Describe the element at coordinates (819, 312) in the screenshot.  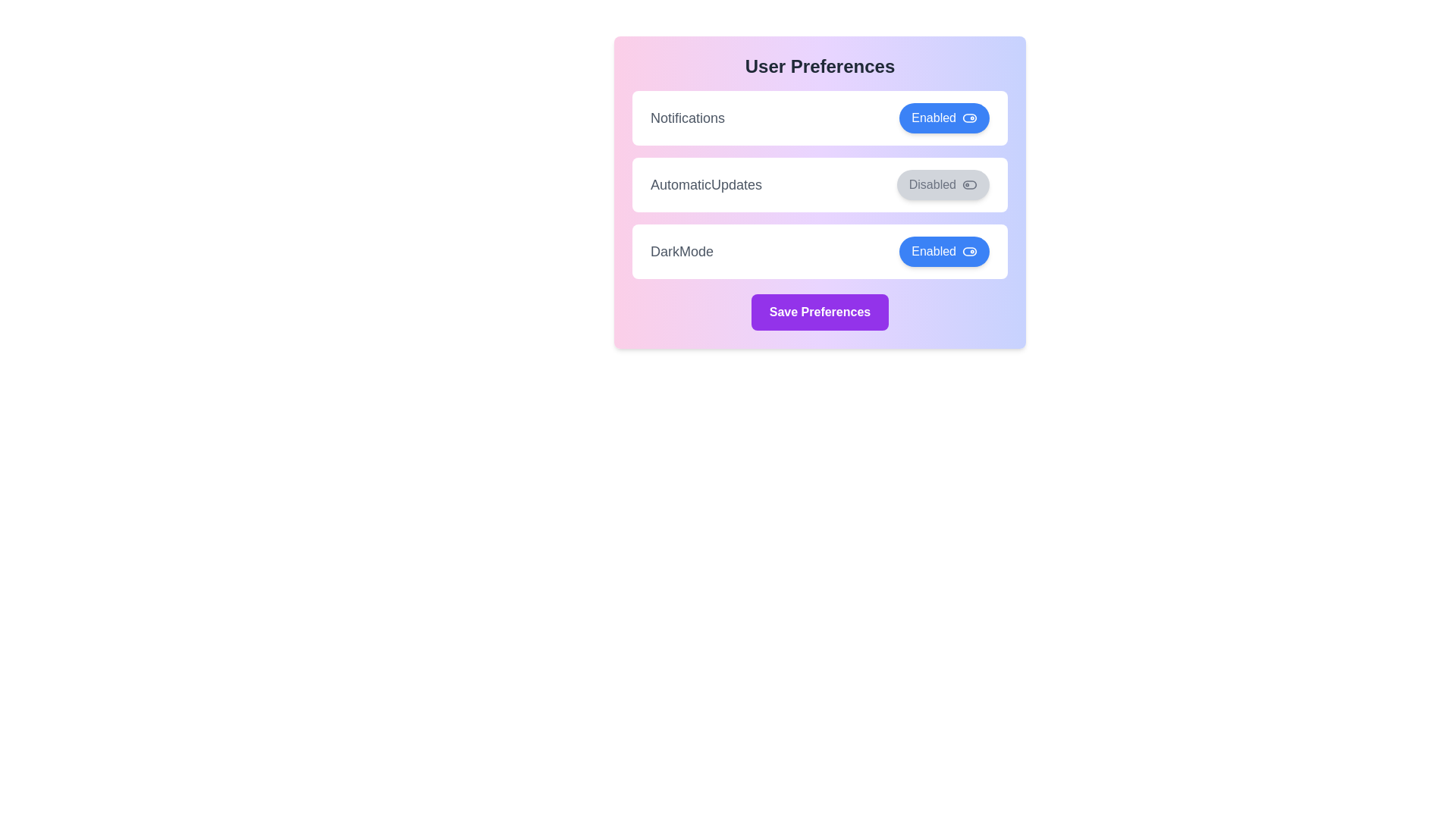
I see `the 'Save Preferences' button` at that location.